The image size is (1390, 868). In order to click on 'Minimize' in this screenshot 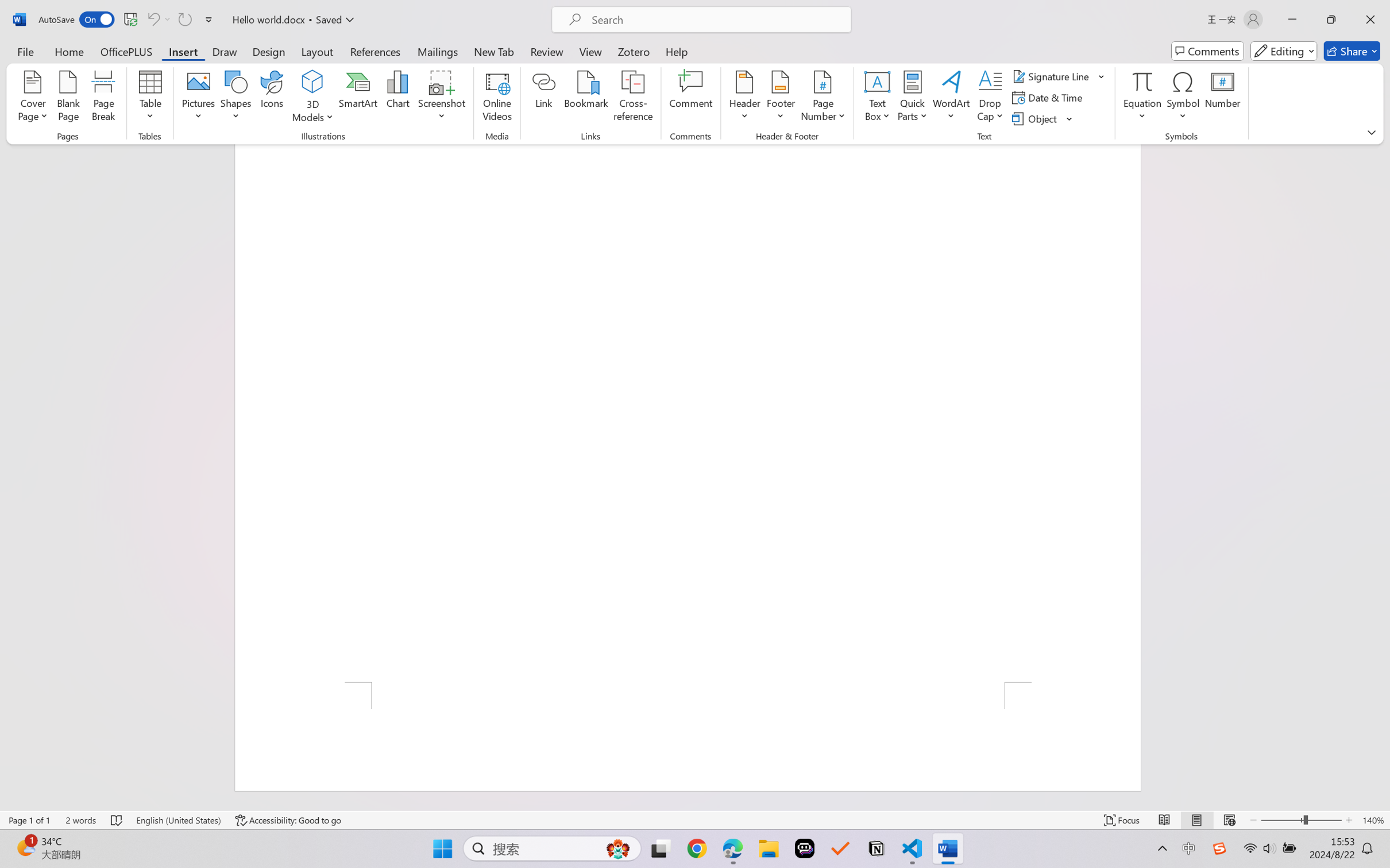, I will do `click(1292, 19)`.